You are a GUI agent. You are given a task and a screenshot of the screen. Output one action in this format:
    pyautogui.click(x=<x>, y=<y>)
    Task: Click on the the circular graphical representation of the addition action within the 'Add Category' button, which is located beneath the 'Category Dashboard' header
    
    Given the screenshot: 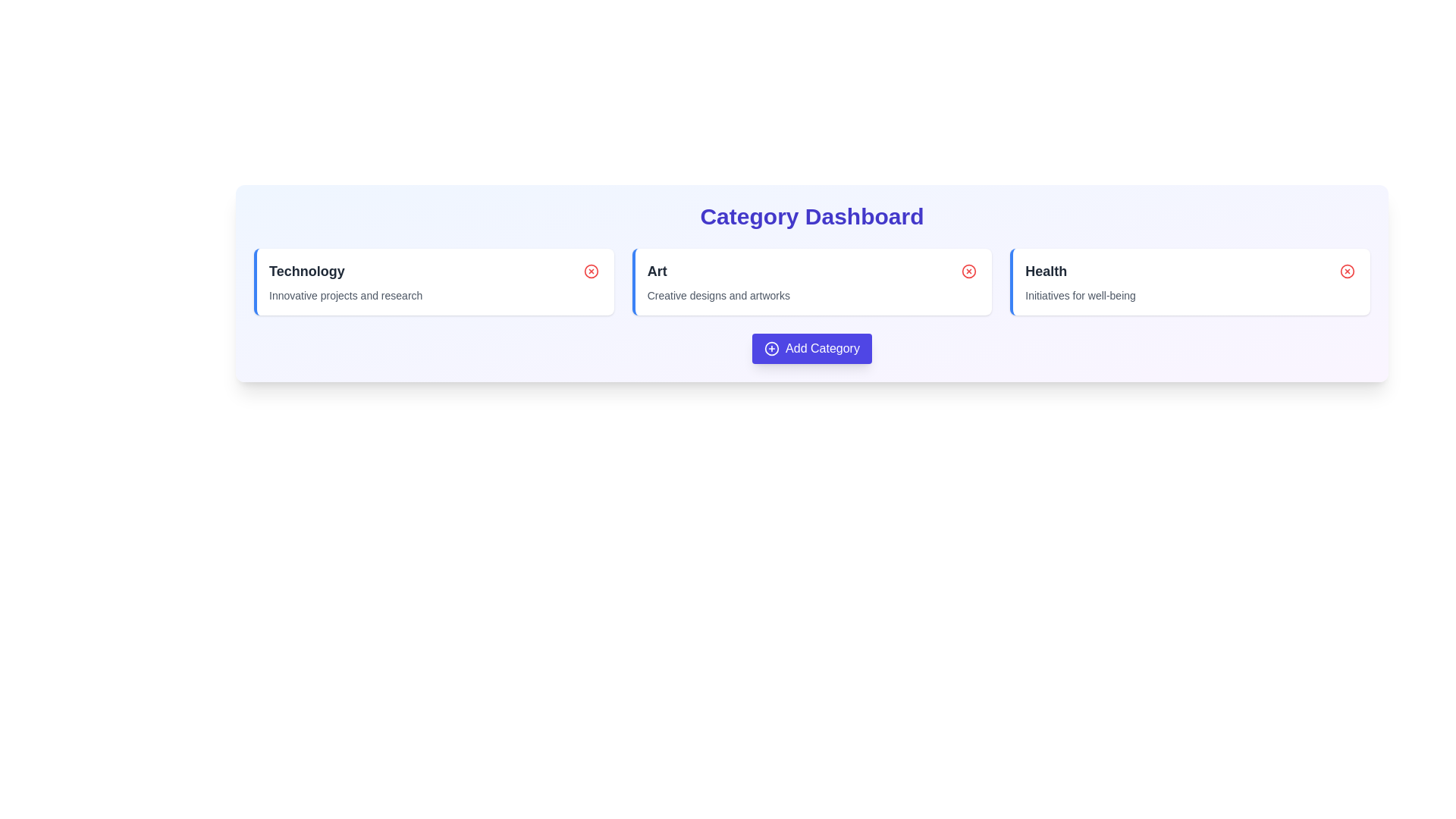 What is the action you would take?
    pyautogui.click(x=771, y=348)
    